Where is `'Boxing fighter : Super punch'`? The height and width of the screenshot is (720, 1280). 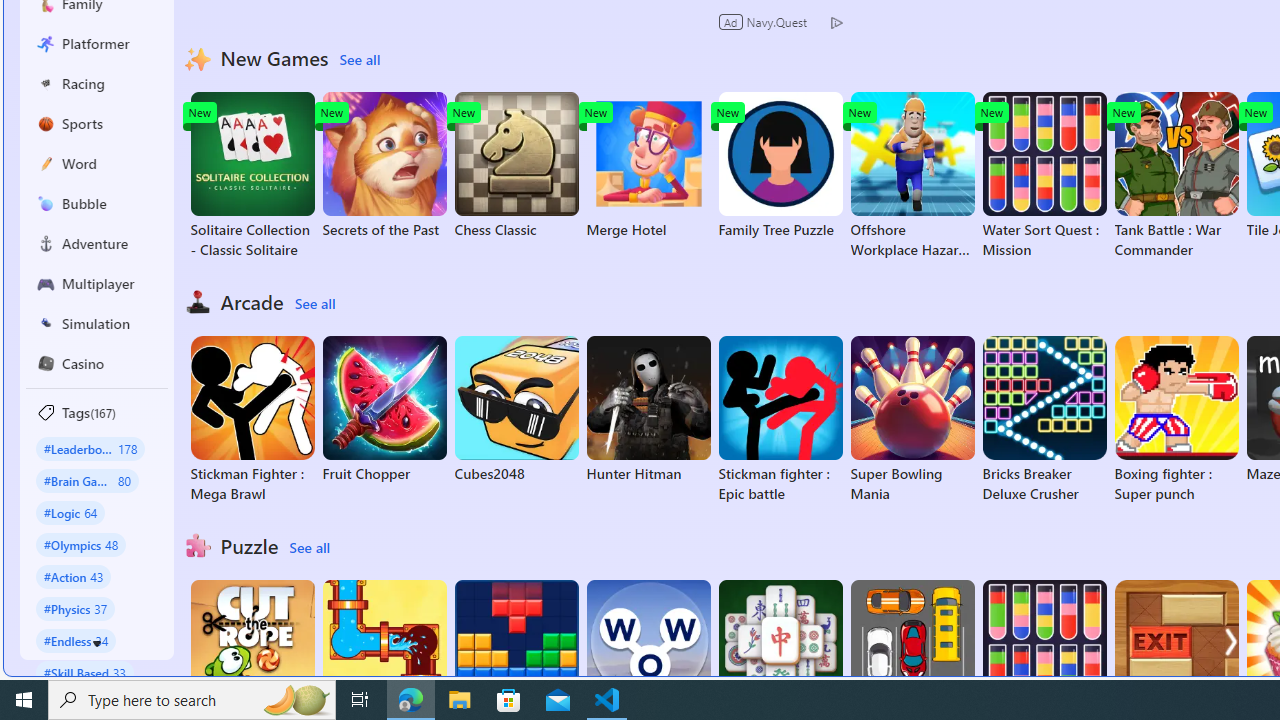 'Boxing fighter : Super punch' is located at coordinates (1176, 419).